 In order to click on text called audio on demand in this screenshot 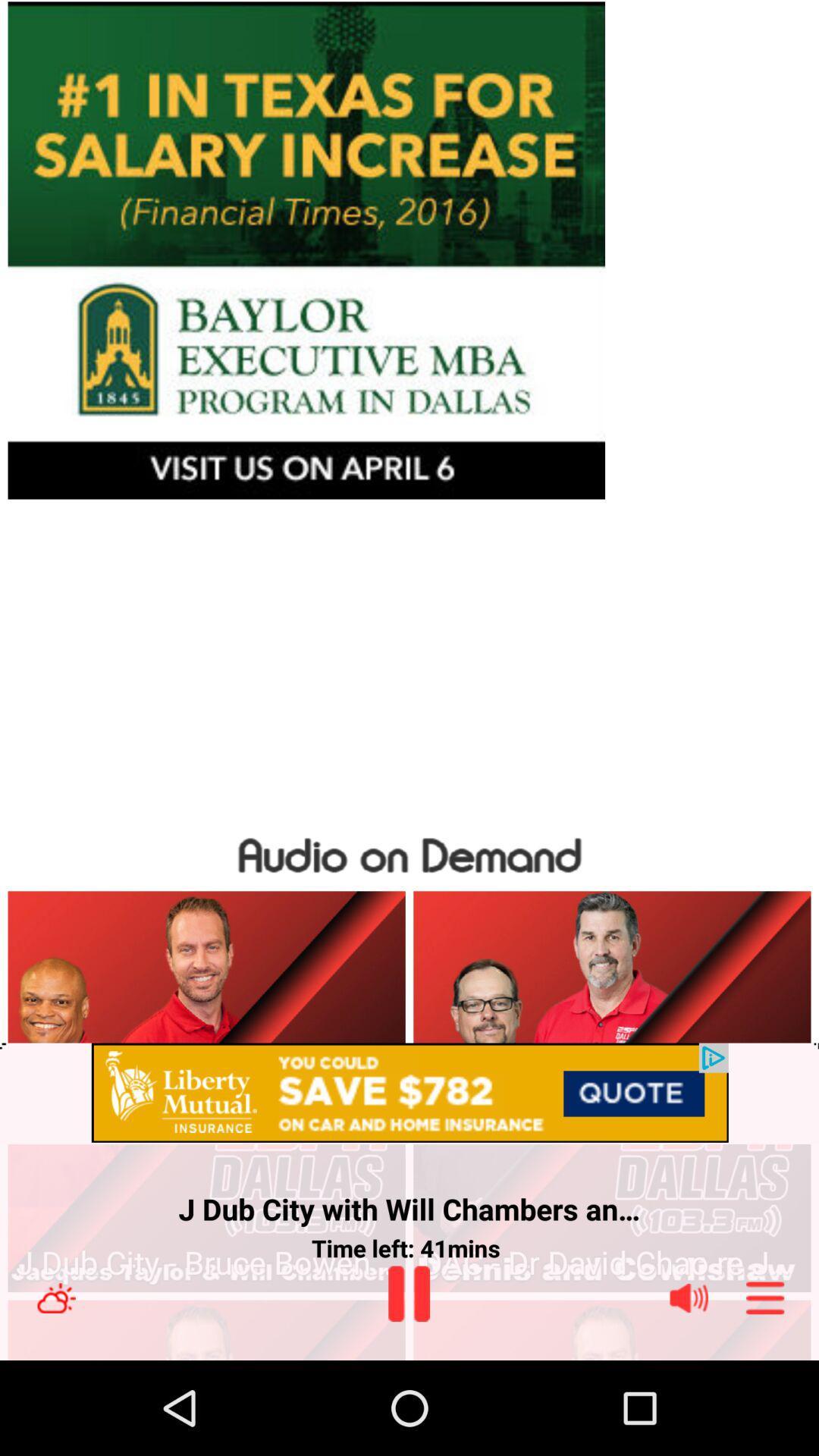, I will do `click(409, 852)`.